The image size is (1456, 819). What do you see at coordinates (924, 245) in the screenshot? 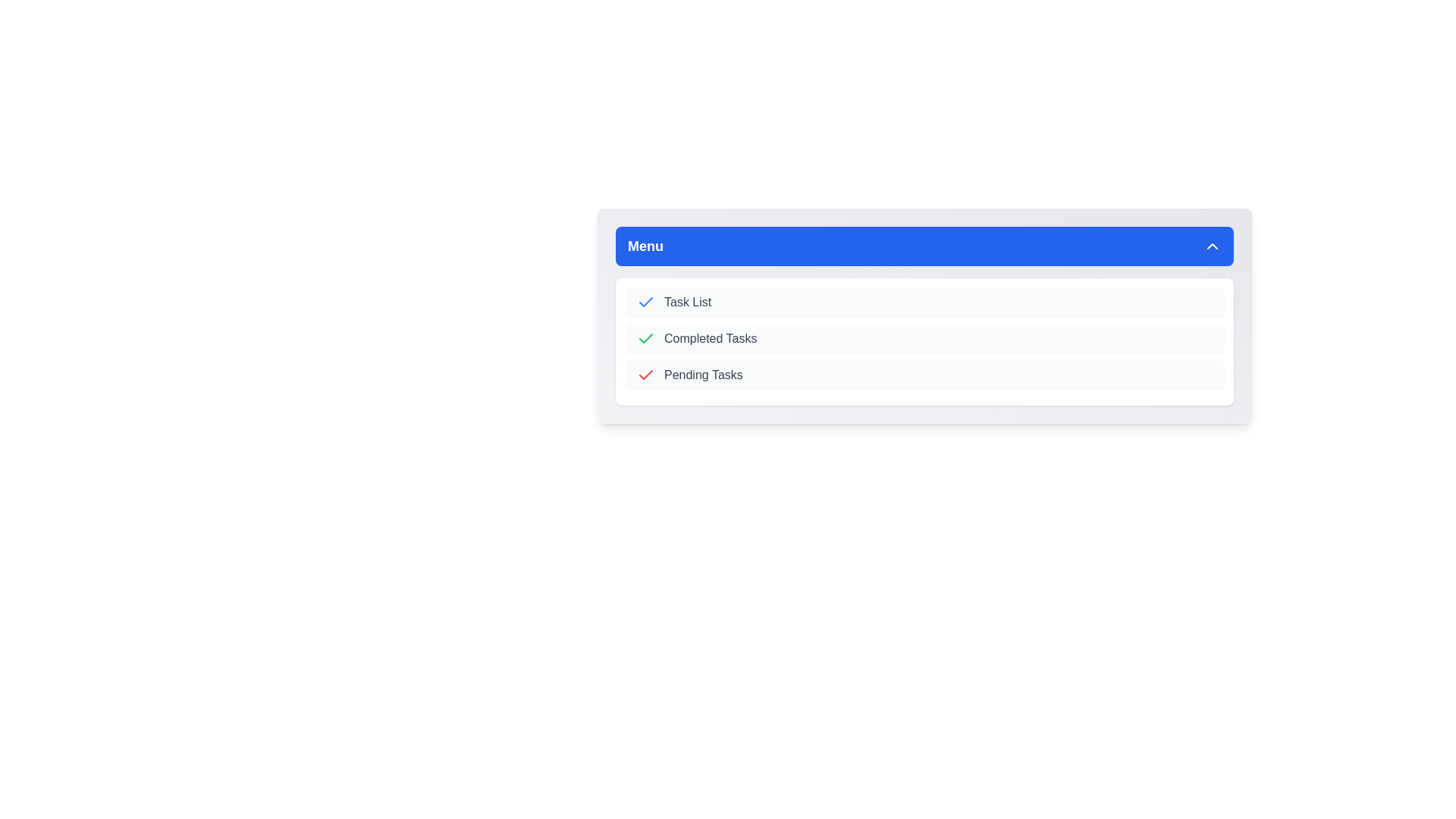
I see `the dropdown menu toggle button at the top of the vertical list` at bounding box center [924, 245].